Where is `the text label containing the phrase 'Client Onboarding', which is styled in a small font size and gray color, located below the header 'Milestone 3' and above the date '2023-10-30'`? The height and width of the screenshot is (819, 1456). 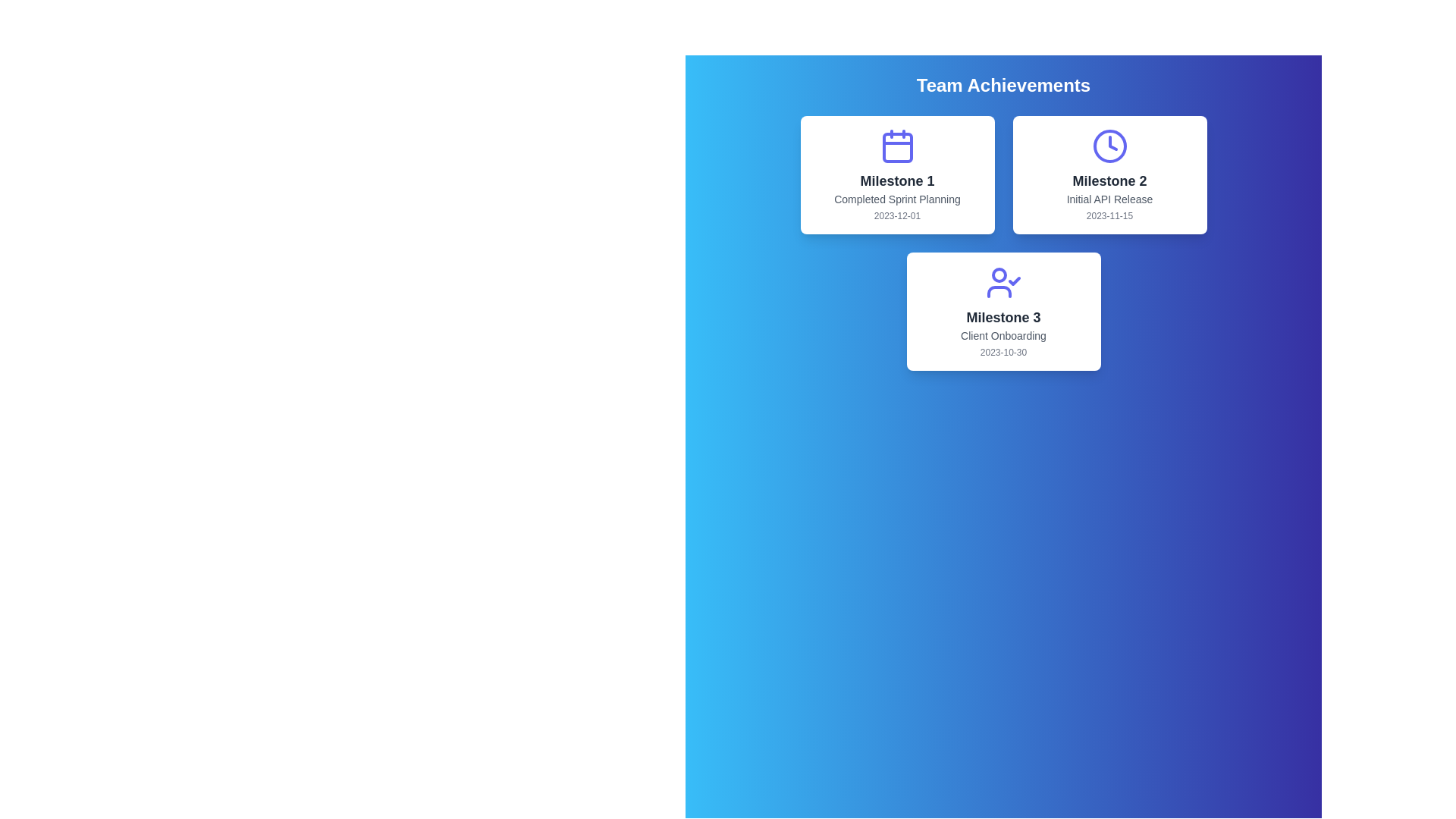 the text label containing the phrase 'Client Onboarding', which is styled in a small font size and gray color, located below the header 'Milestone 3' and above the date '2023-10-30' is located at coordinates (1003, 335).